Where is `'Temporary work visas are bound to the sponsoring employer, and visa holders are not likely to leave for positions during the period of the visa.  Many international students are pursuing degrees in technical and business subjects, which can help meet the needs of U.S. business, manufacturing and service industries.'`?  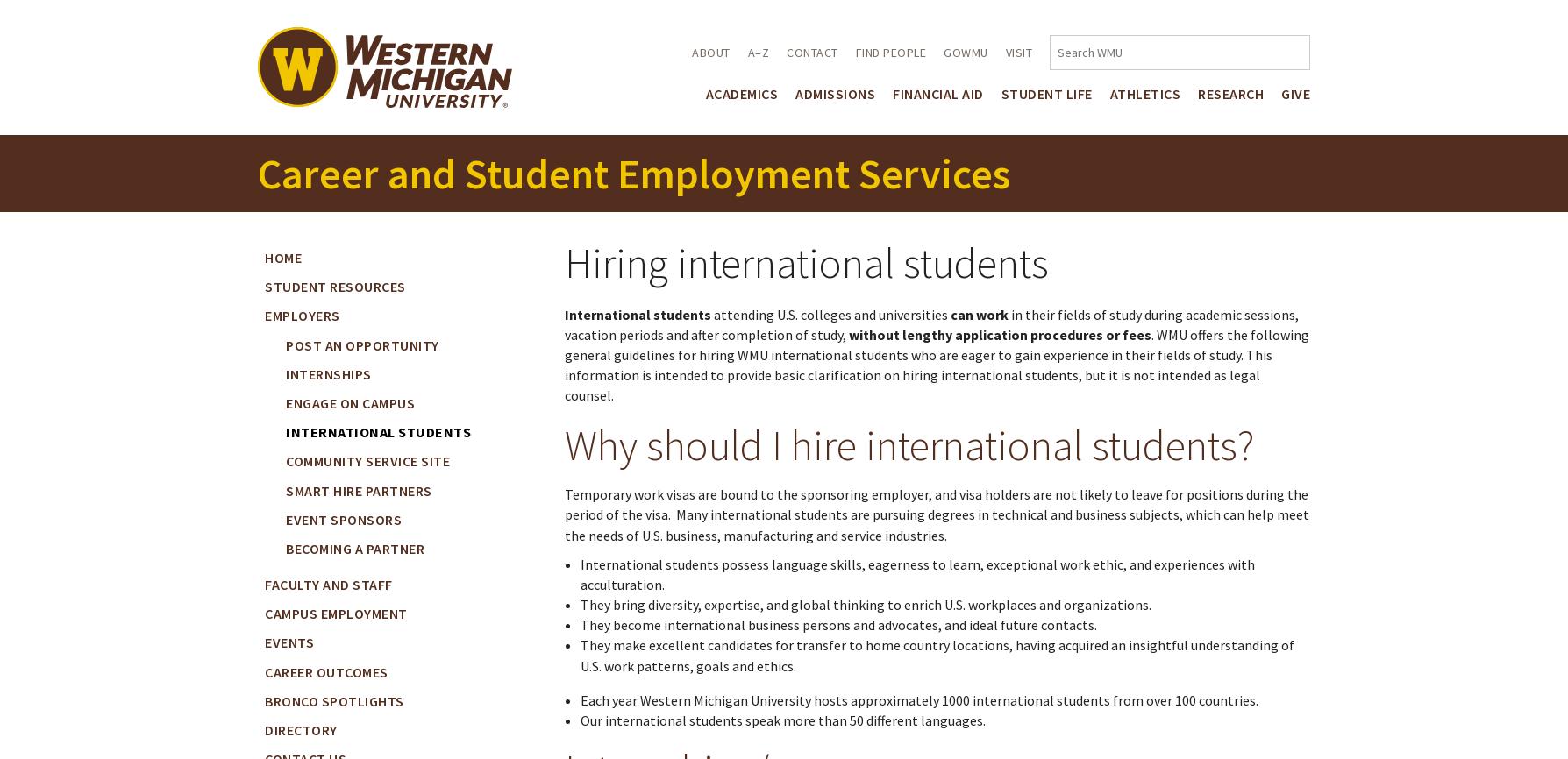
'Temporary work visas are bound to the sponsoring employer, and visa holders are not likely to leave for positions during the period of the visa.  Many international students are pursuing degrees in technical and business subjects, which can help meet the needs of U.S. business, manufacturing and service industries.' is located at coordinates (937, 514).